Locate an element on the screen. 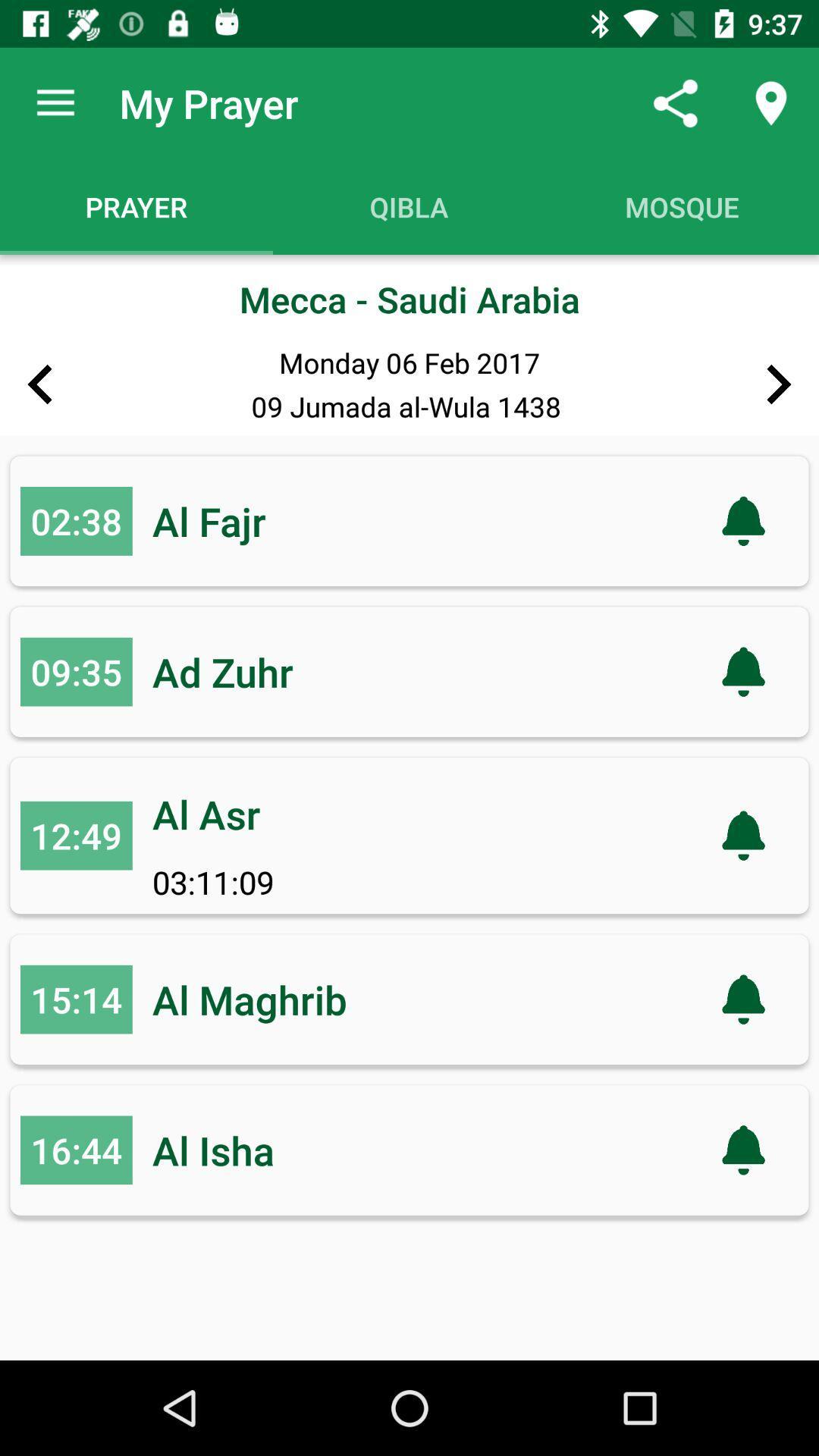  the arrow_backward icon is located at coordinates (39, 384).